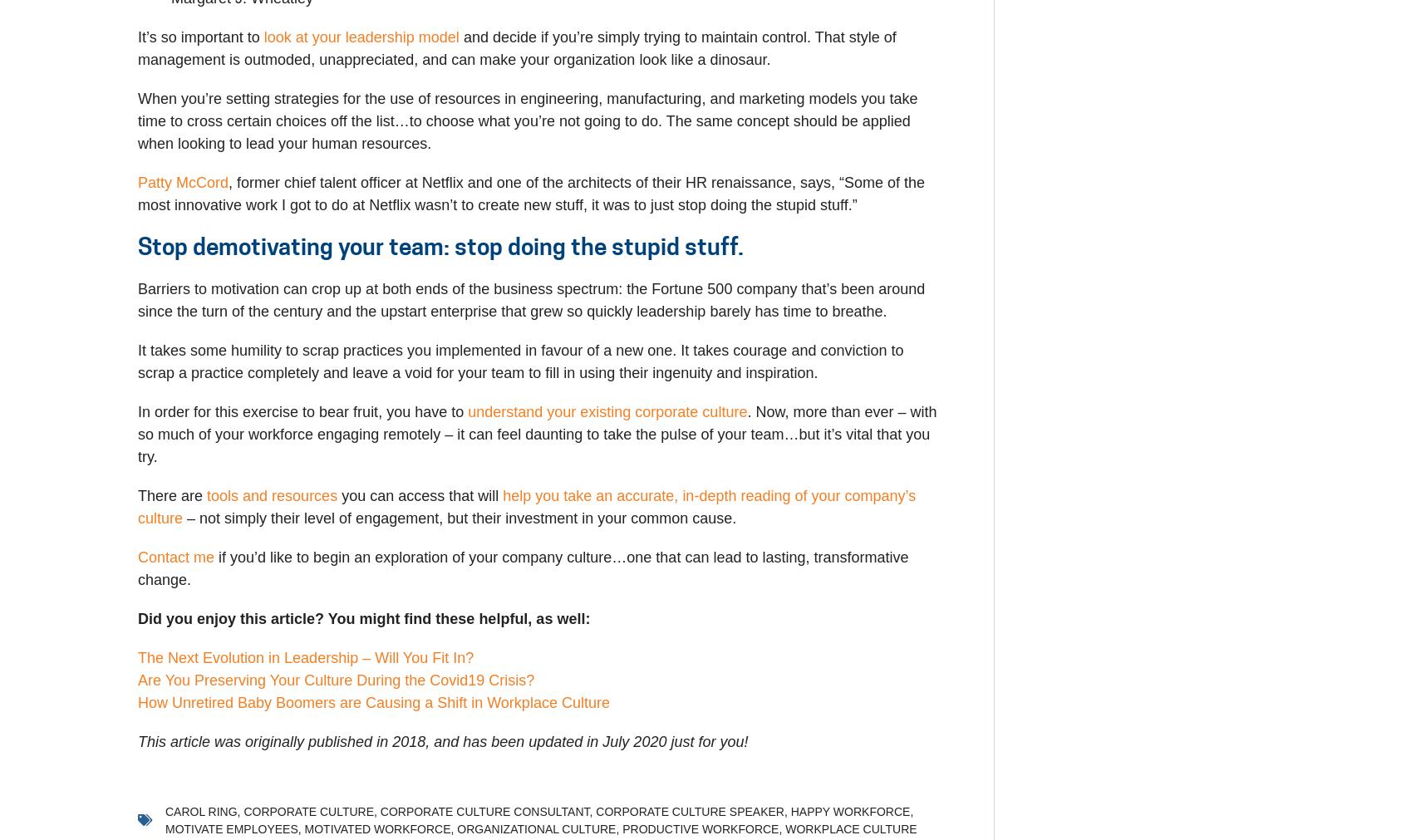 The image size is (1406, 840). Describe the element at coordinates (136, 194) in the screenshot. I see `', former chief talent officer at Netflix and one of the architects of their HR renaissance, says, “Some of the most innovative work I got to do at Netflix wasn’t to create new stuff, it was to just stop doing the stupid stuff.”'` at that location.